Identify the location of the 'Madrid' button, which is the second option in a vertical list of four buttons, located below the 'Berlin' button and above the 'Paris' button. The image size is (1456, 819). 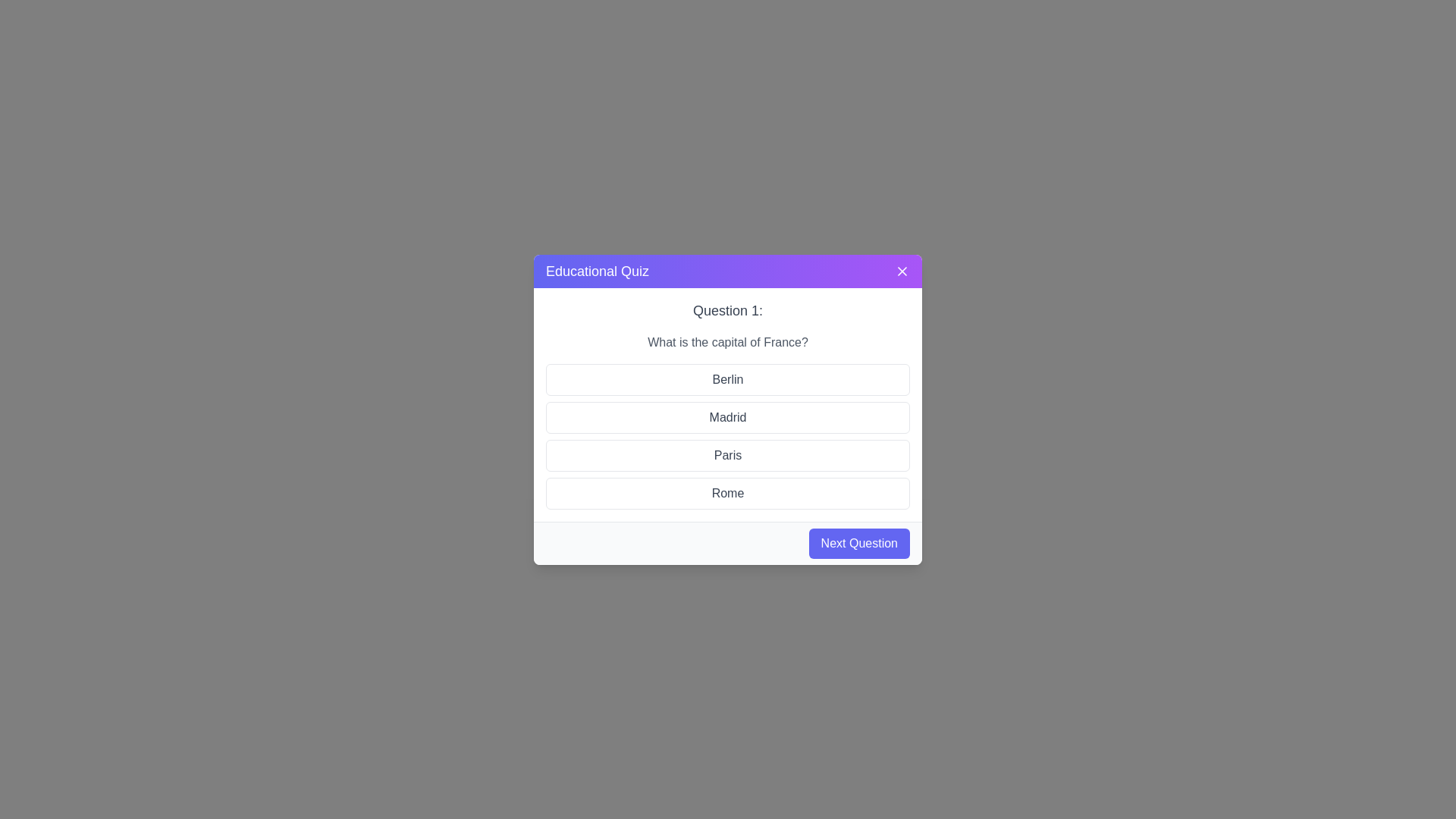
(728, 409).